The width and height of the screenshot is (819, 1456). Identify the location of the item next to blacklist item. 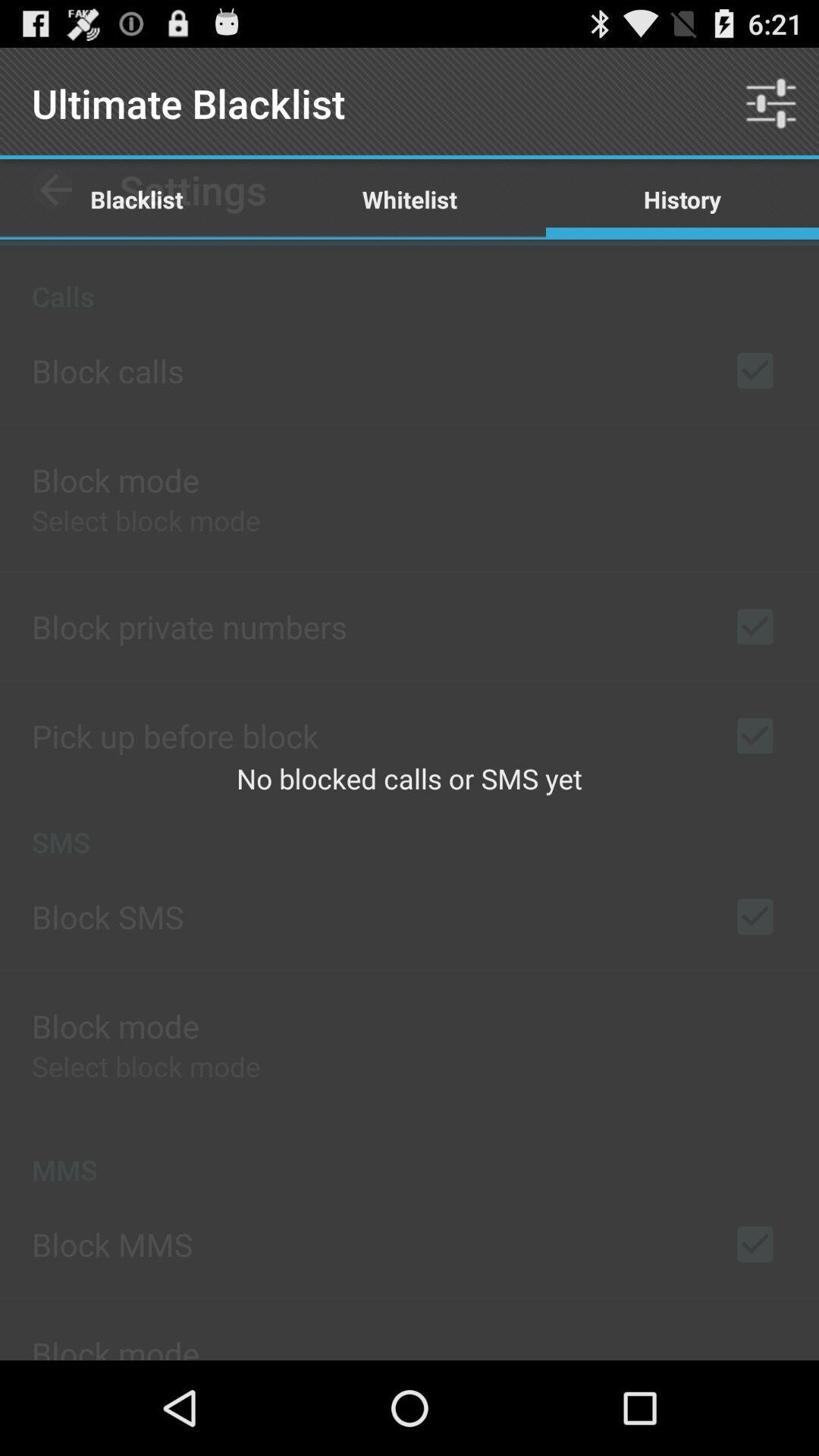
(409, 198).